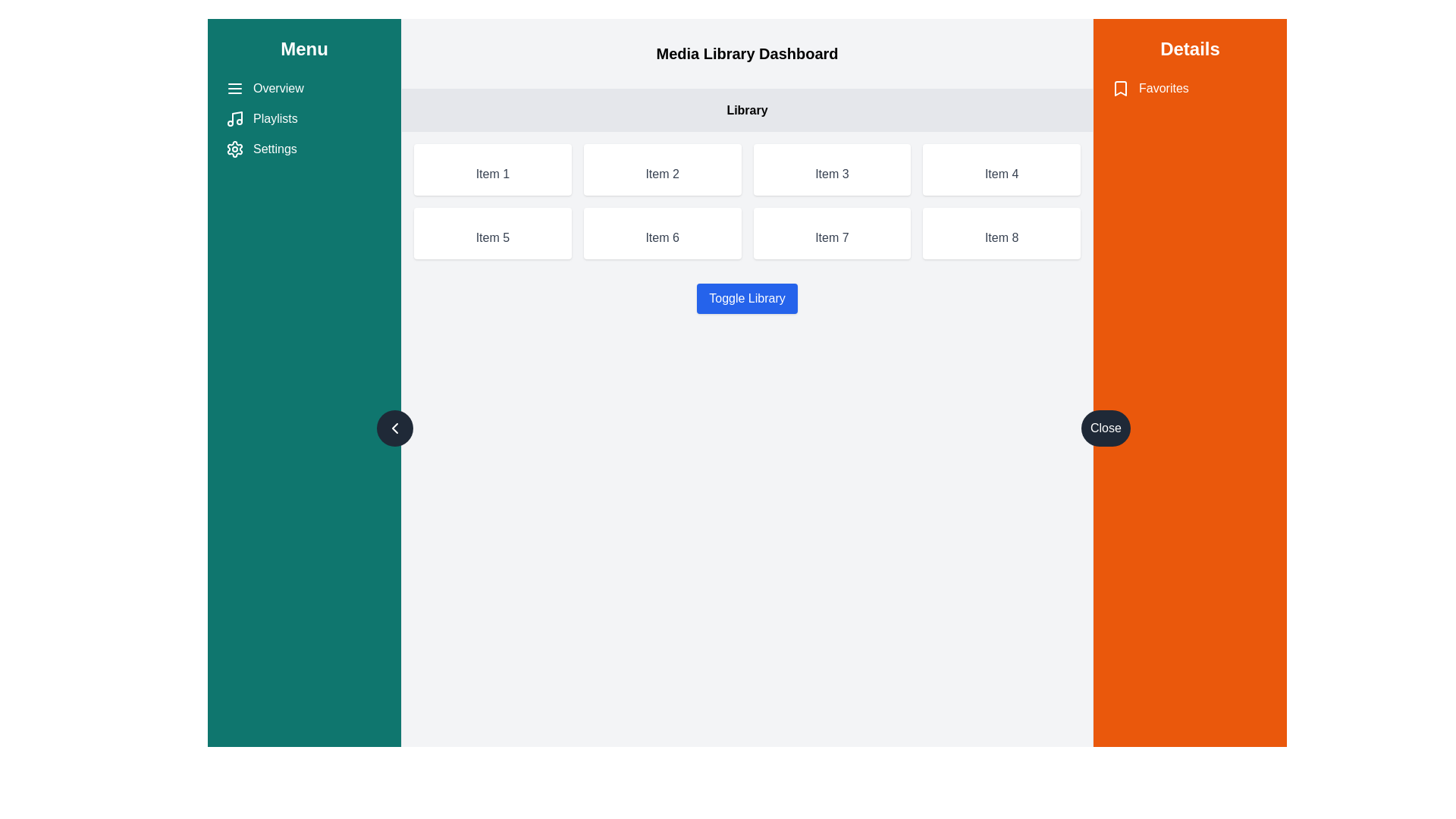 This screenshot has width=1456, height=819. I want to click on the card located in the second row, fourth column of the grid layout, which serves as a navigable placeholder for an item, so click(1002, 169).